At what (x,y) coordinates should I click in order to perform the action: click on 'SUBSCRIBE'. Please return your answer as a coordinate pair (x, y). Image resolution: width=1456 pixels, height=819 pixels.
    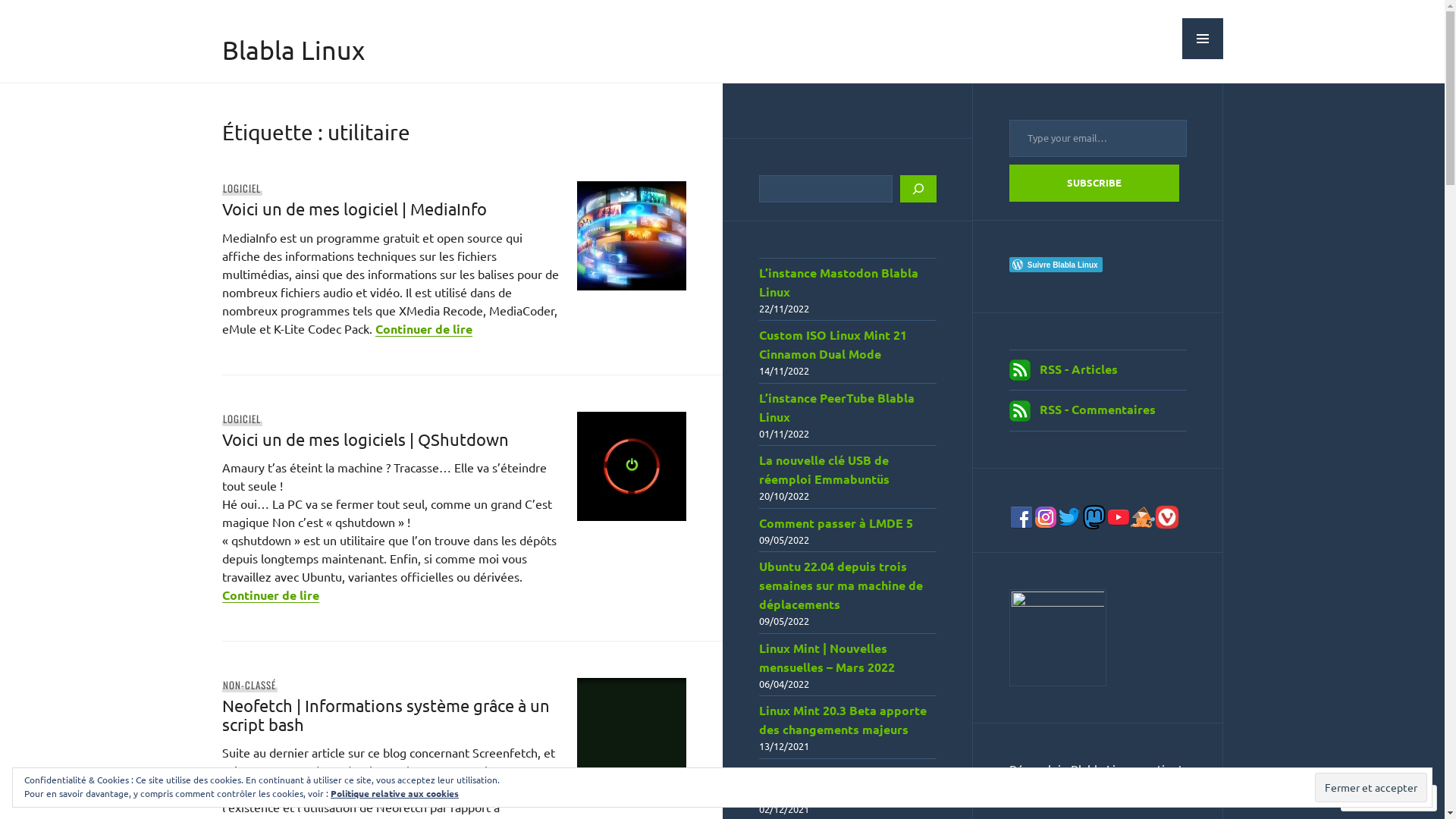
    Looking at the image, I should click on (1093, 182).